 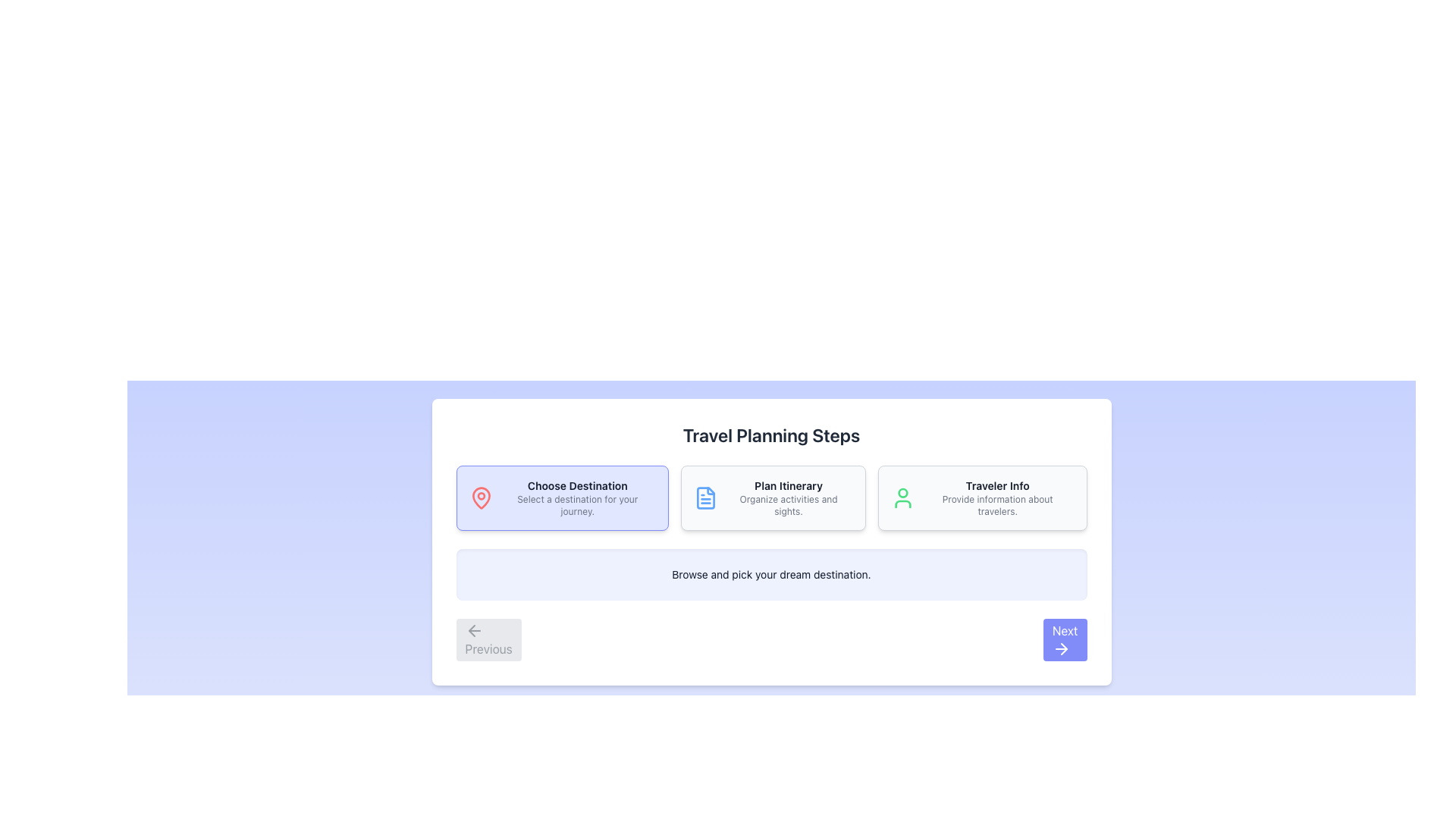 I want to click on the text label reading 'Traveler Info', which is styled in bold dark gray and located at the top of the rightmost tile under the header 'Travel Planning Steps', so click(x=997, y=485).